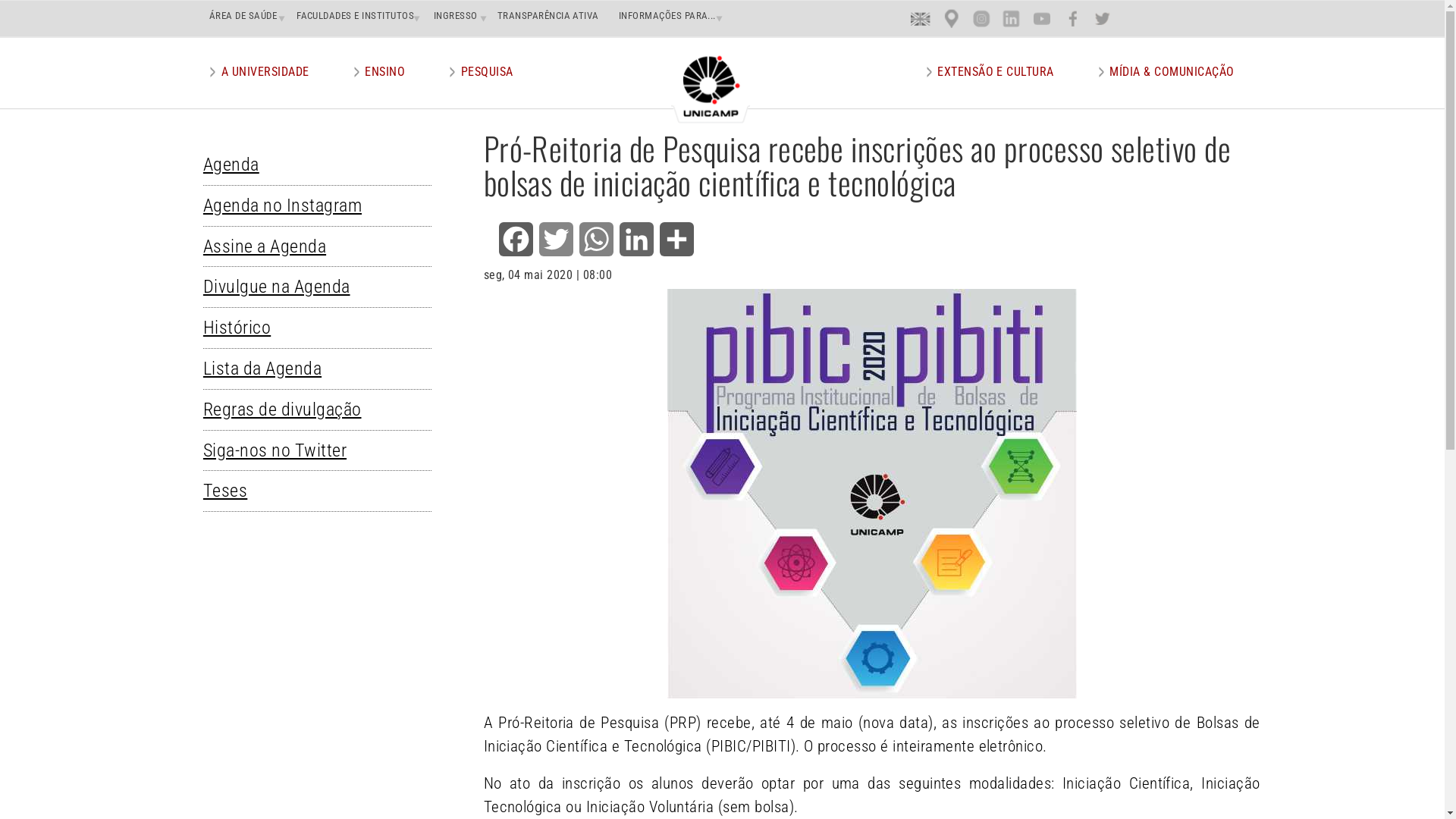 The image size is (1456, 819). I want to click on 'A UNIVERSIDADE', so click(265, 71).